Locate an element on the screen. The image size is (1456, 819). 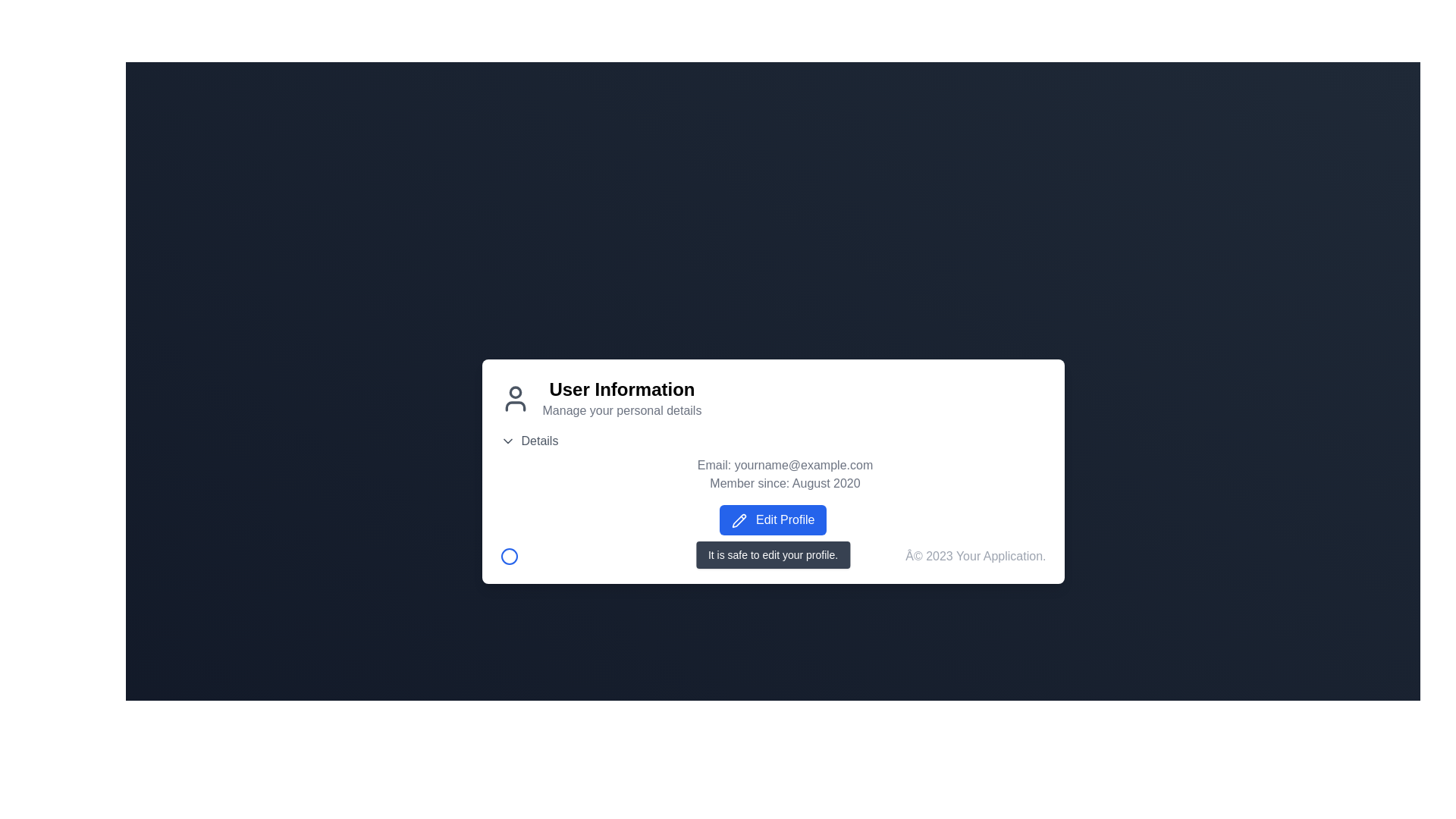
the circular icon with a blue outline is located at coordinates (509, 556).